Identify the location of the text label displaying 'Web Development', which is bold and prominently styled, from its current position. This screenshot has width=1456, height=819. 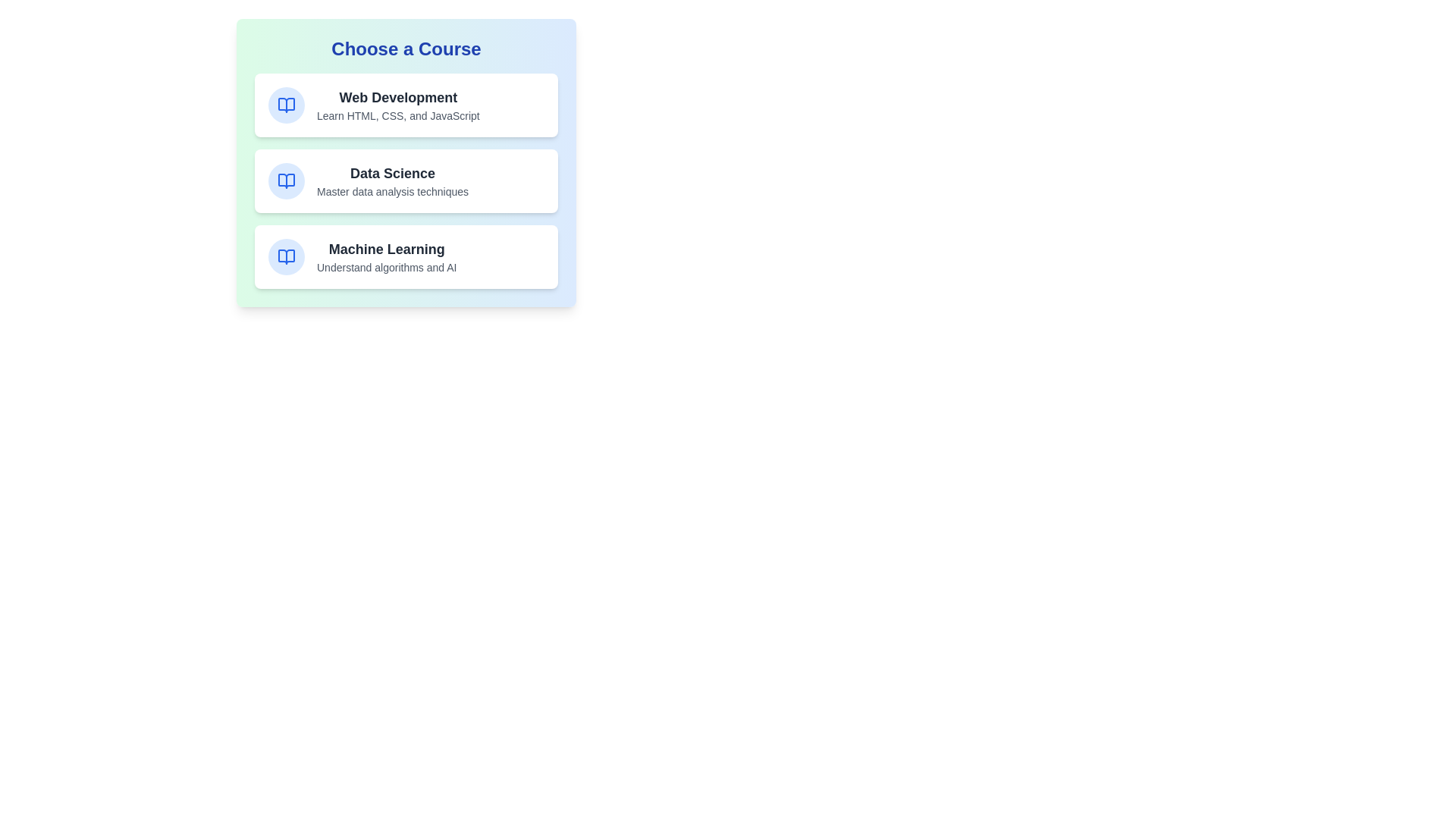
(398, 97).